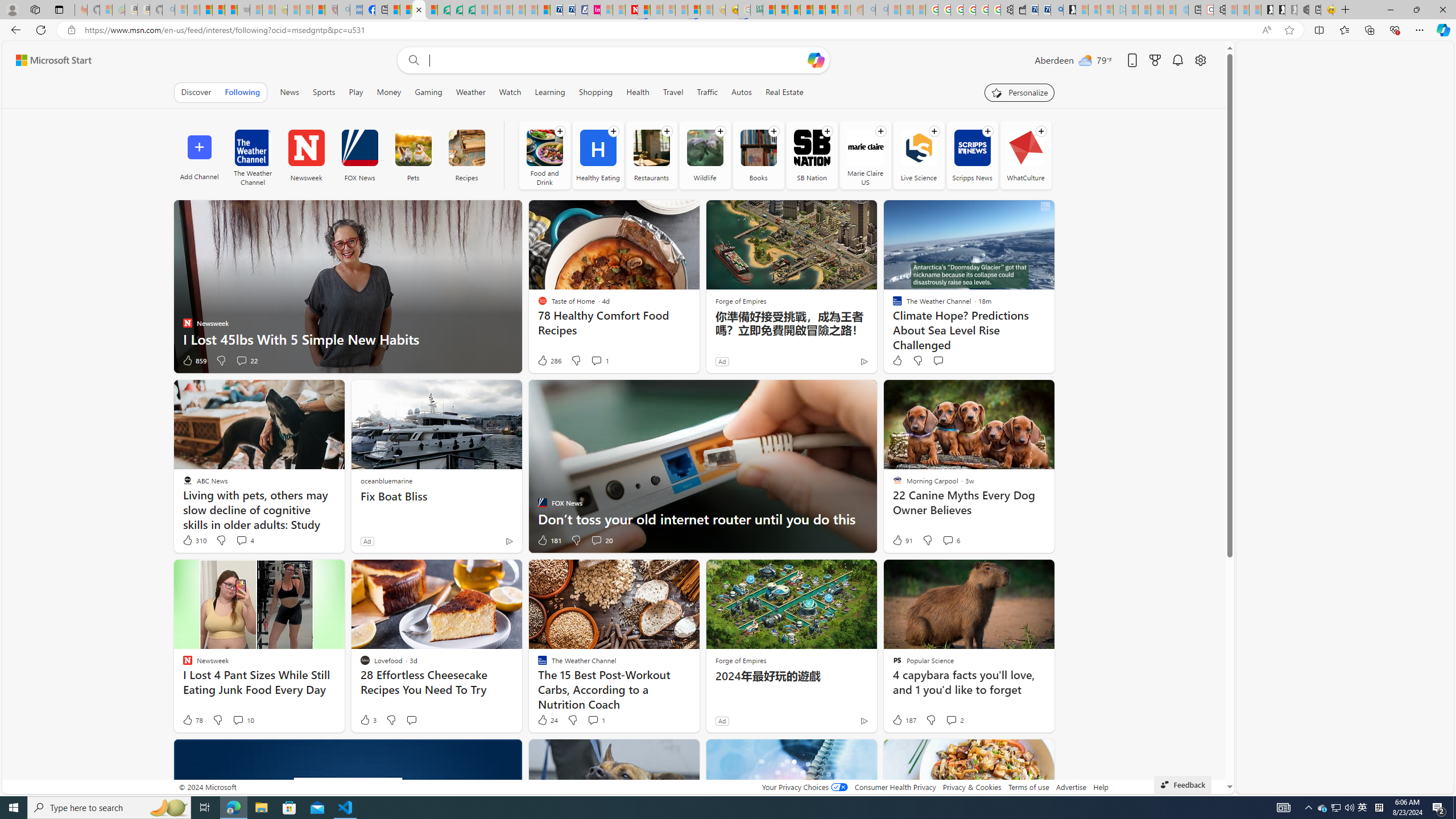 Image resolution: width=1456 pixels, height=819 pixels. What do you see at coordinates (547, 719) in the screenshot?
I see `'24 Like'` at bounding box center [547, 719].